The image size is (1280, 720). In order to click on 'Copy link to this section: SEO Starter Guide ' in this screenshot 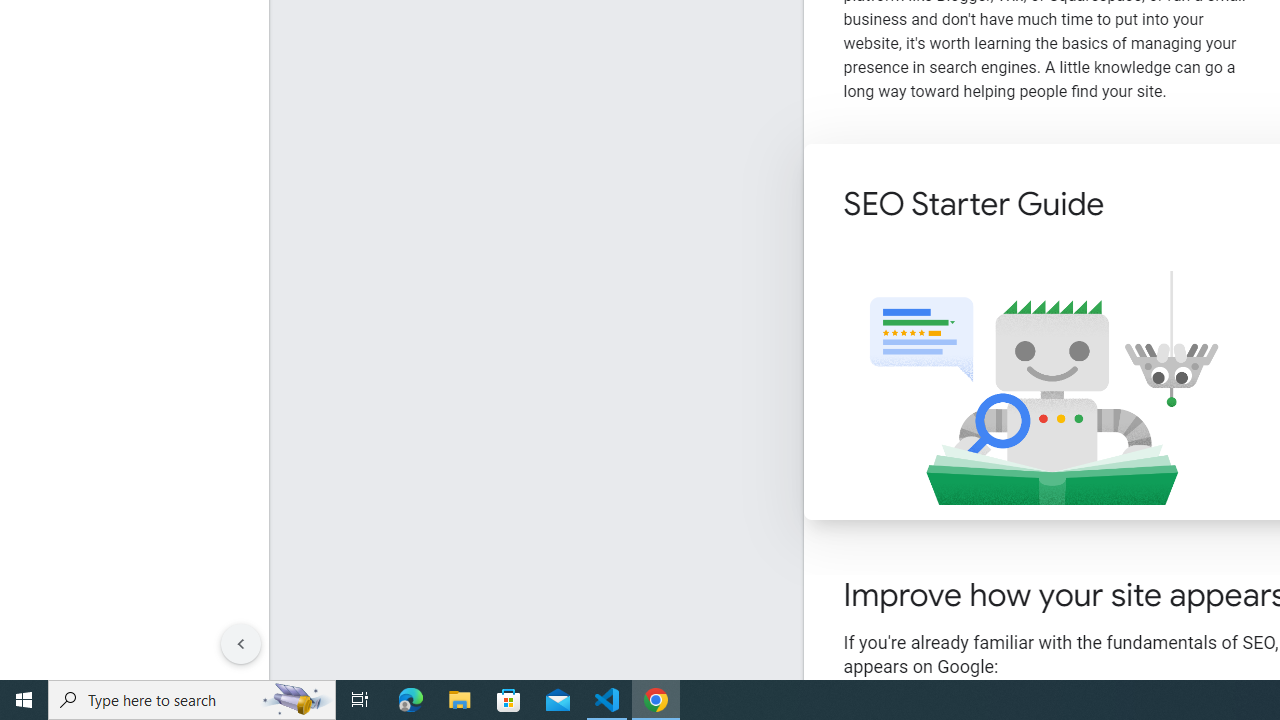, I will do `click(1131, 206)`.